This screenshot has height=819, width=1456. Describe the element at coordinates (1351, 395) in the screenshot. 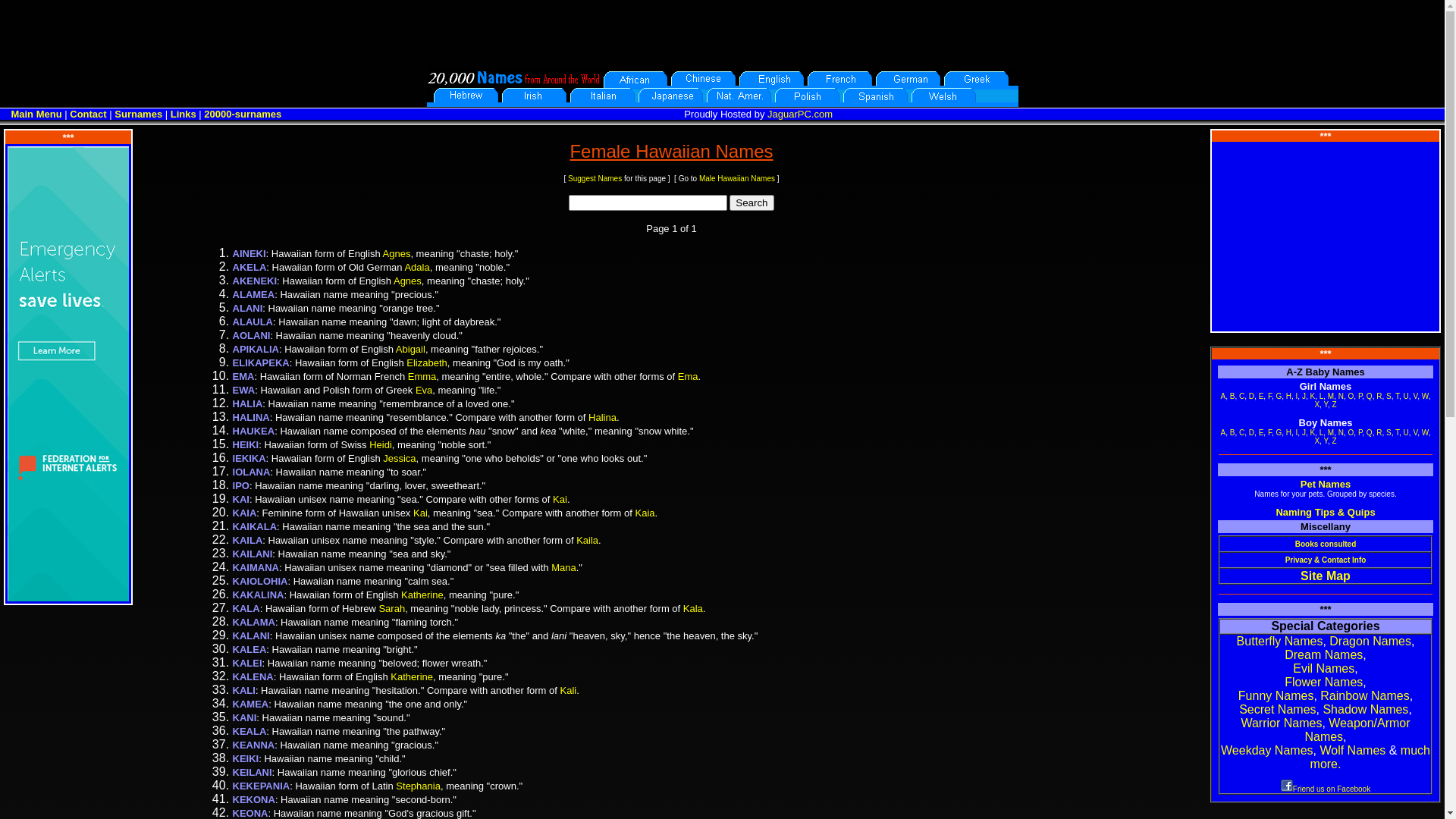

I see `'O'` at that location.